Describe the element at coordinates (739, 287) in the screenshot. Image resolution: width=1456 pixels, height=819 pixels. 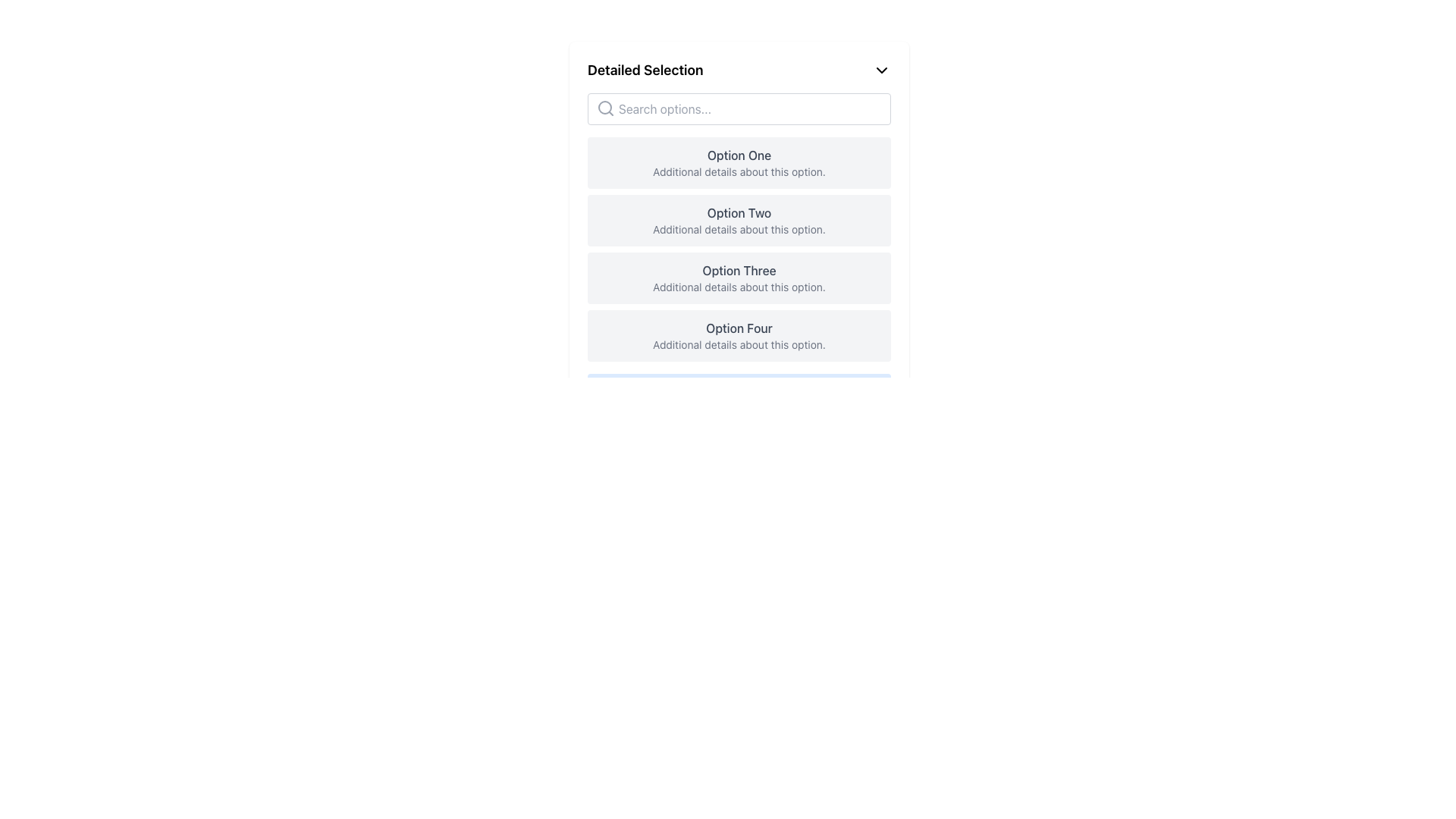
I see `the descriptive text label reading 'Additional details about this option.' which is positioned below the bolded text 'Option Three' in the third list item` at that location.